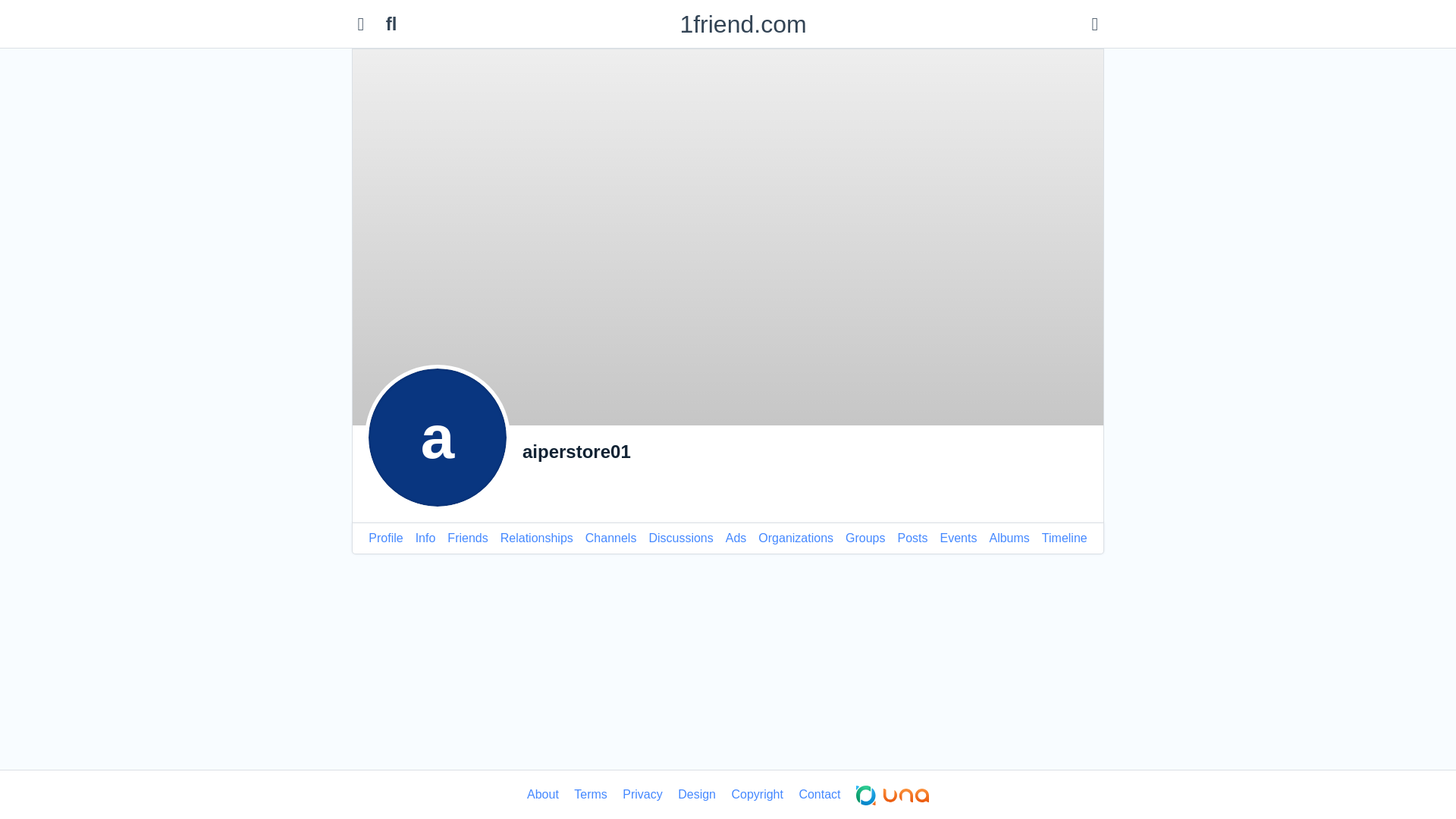 The height and width of the screenshot is (819, 1456). What do you see at coordinates (742, 24) in the screenshot?
I see `'1friend.com'` at bounding box center [742, 24].